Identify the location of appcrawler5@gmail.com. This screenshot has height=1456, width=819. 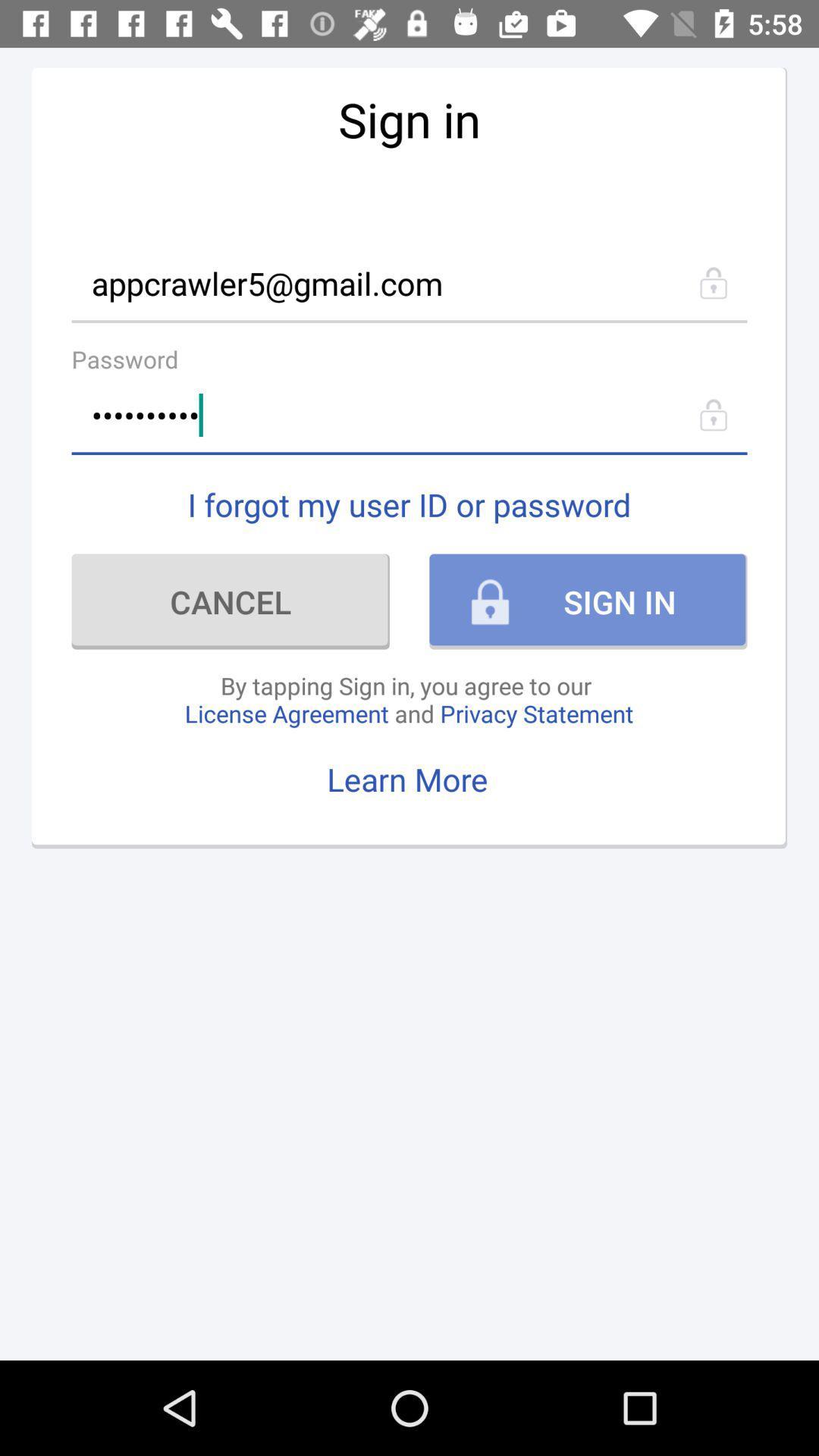
(409, 283).